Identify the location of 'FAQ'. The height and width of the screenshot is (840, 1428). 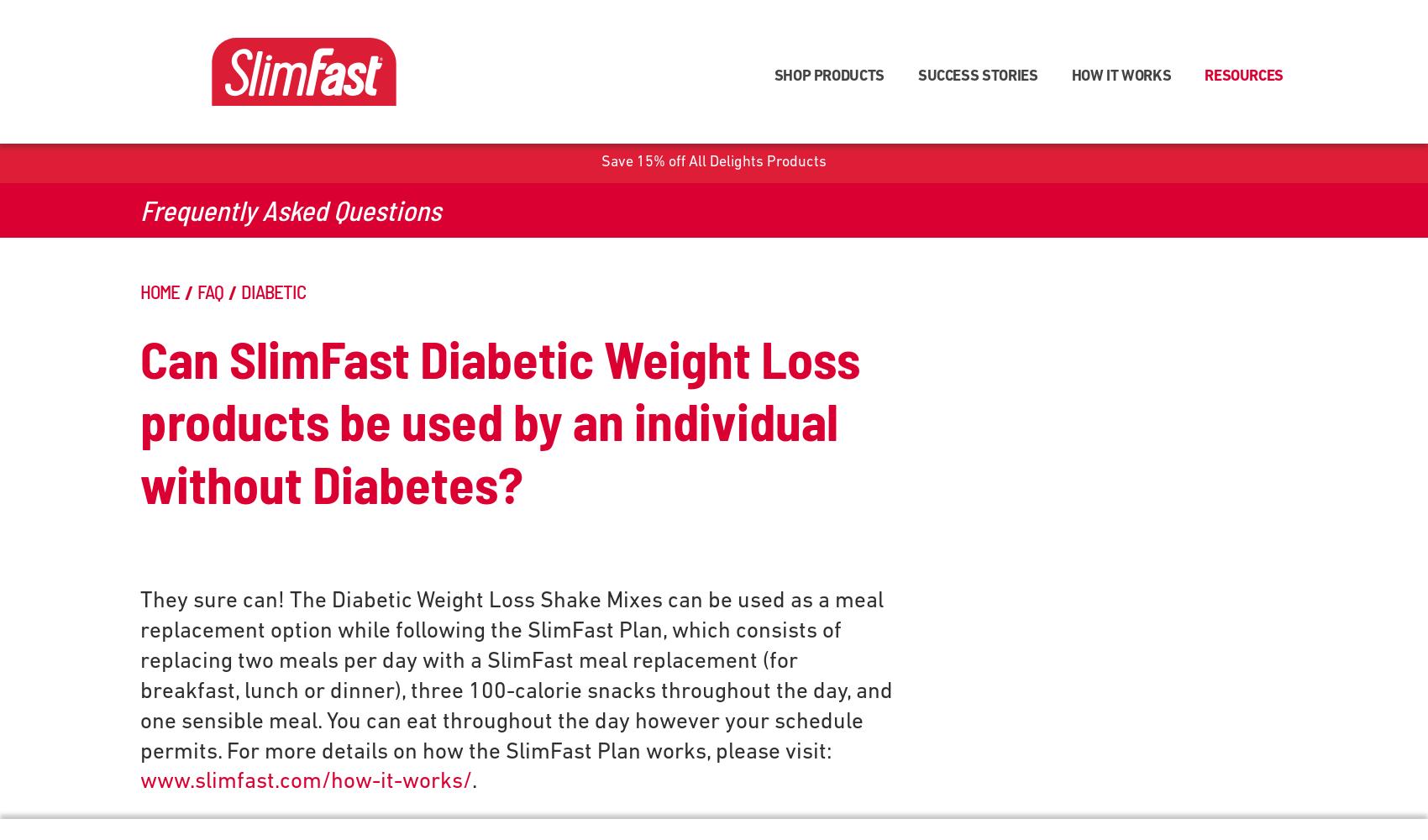
(210, 290).